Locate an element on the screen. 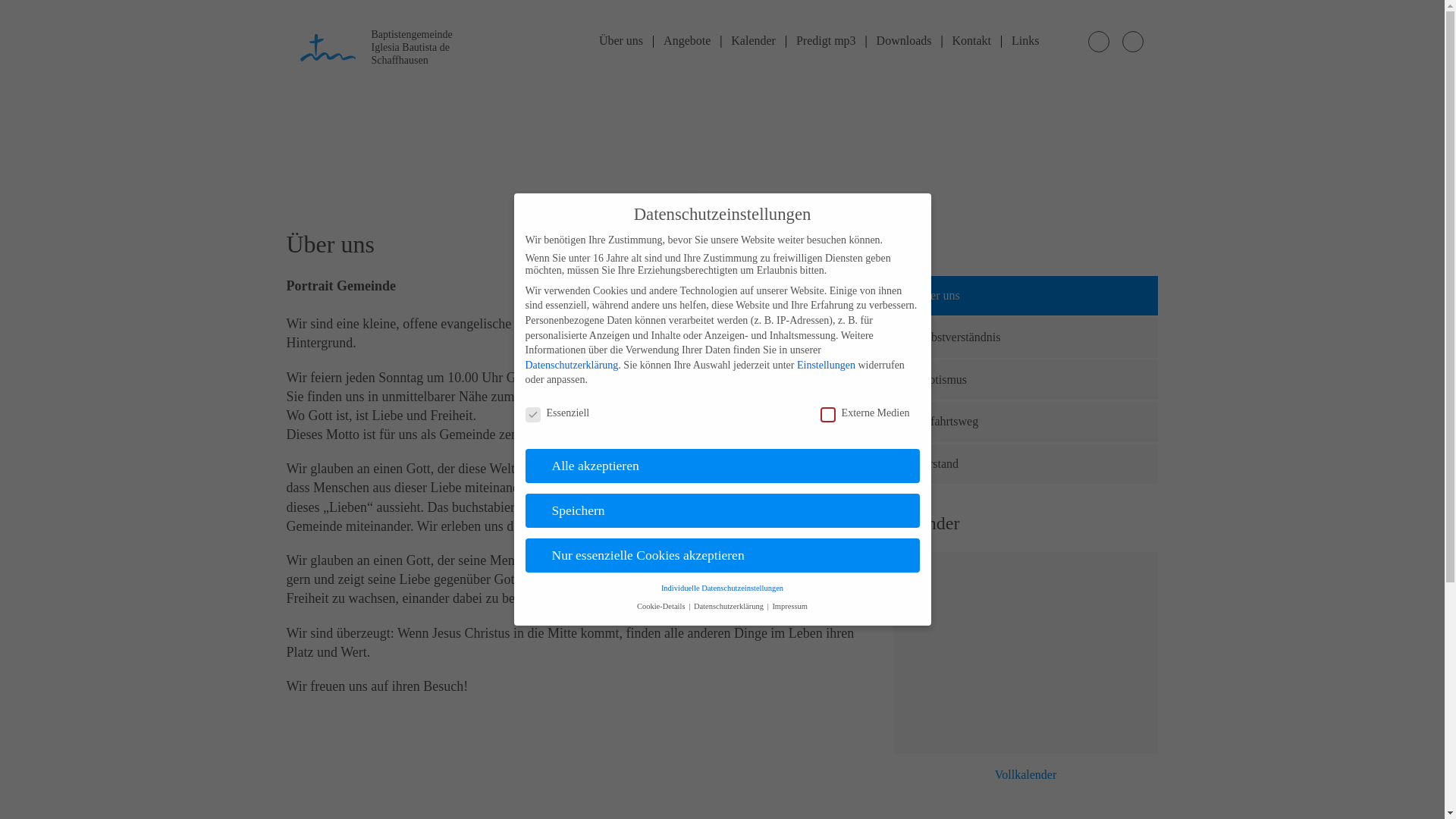  'Cookie-Details' is located at coordinates (662, 605).